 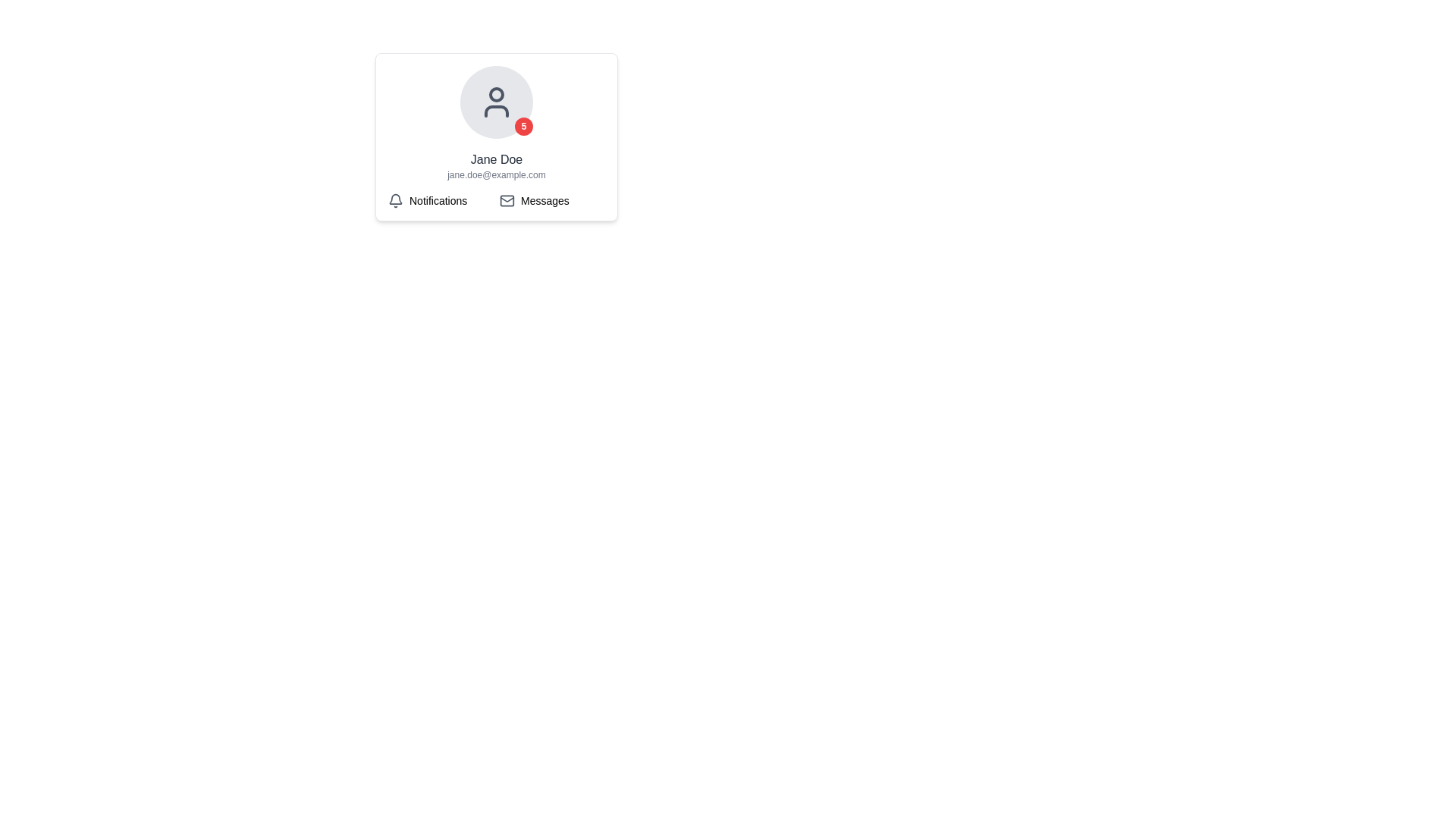 What do you see at coordinates (551, 200) in the screenshot?
I see `the 'Messages' button, which features an envelope icon and is located to the right of the 'Notifications' section in the grid layout` at bounding box center [551, 200].